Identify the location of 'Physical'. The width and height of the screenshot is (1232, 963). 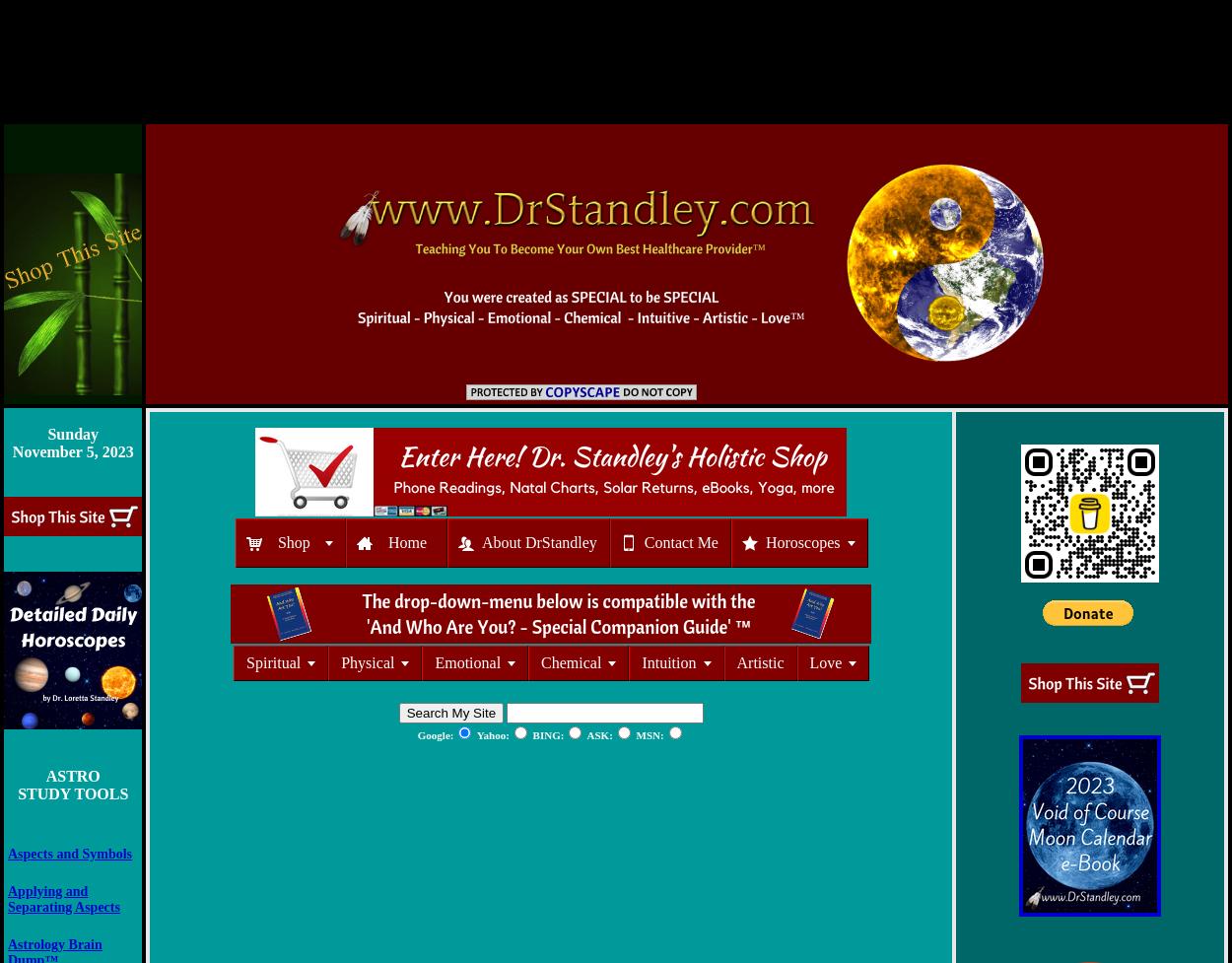
(367, 662).